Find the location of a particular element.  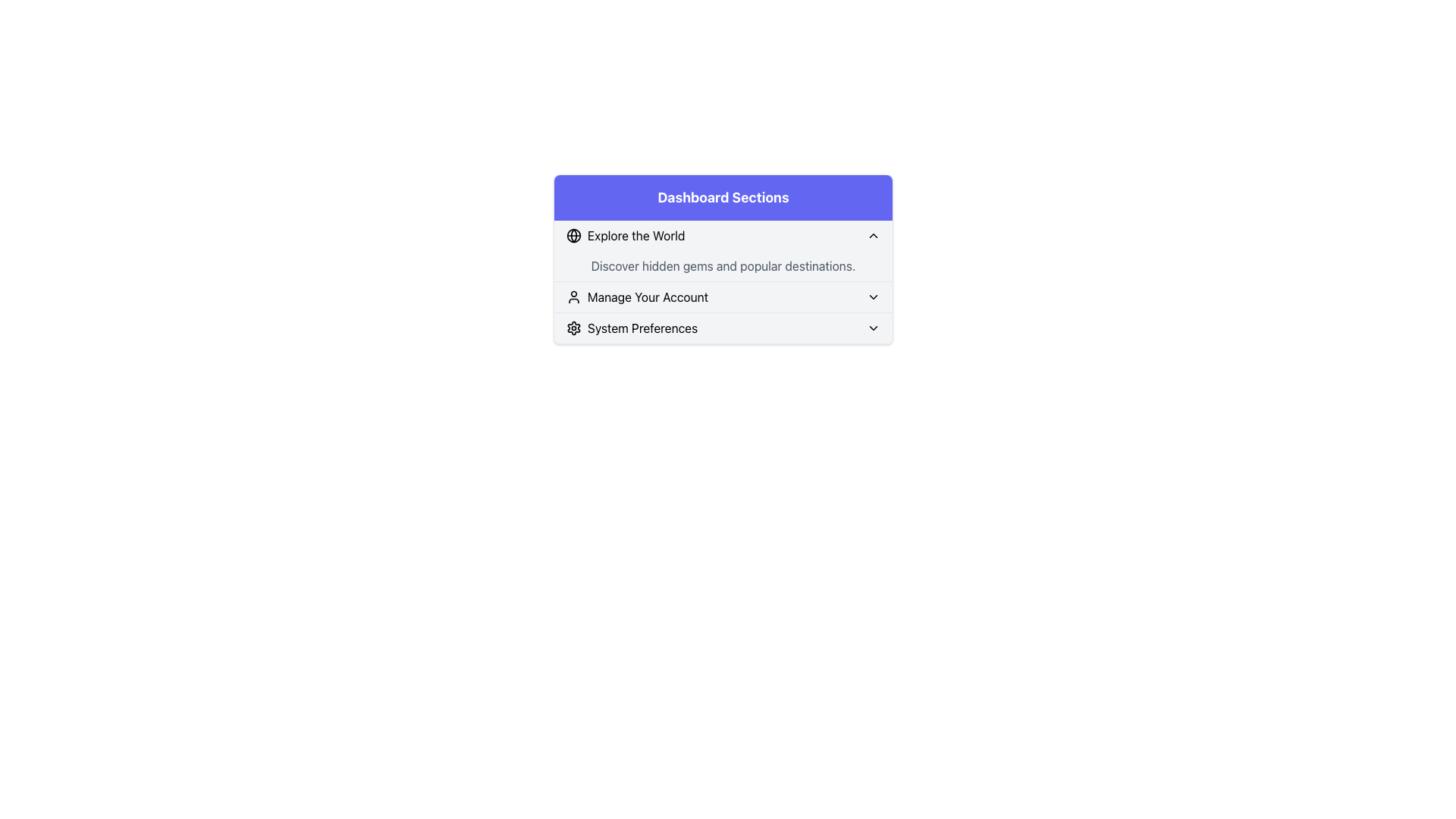

the third button in the vertical list under 'Dashboard Sections' is located at coordinates (632, 327).